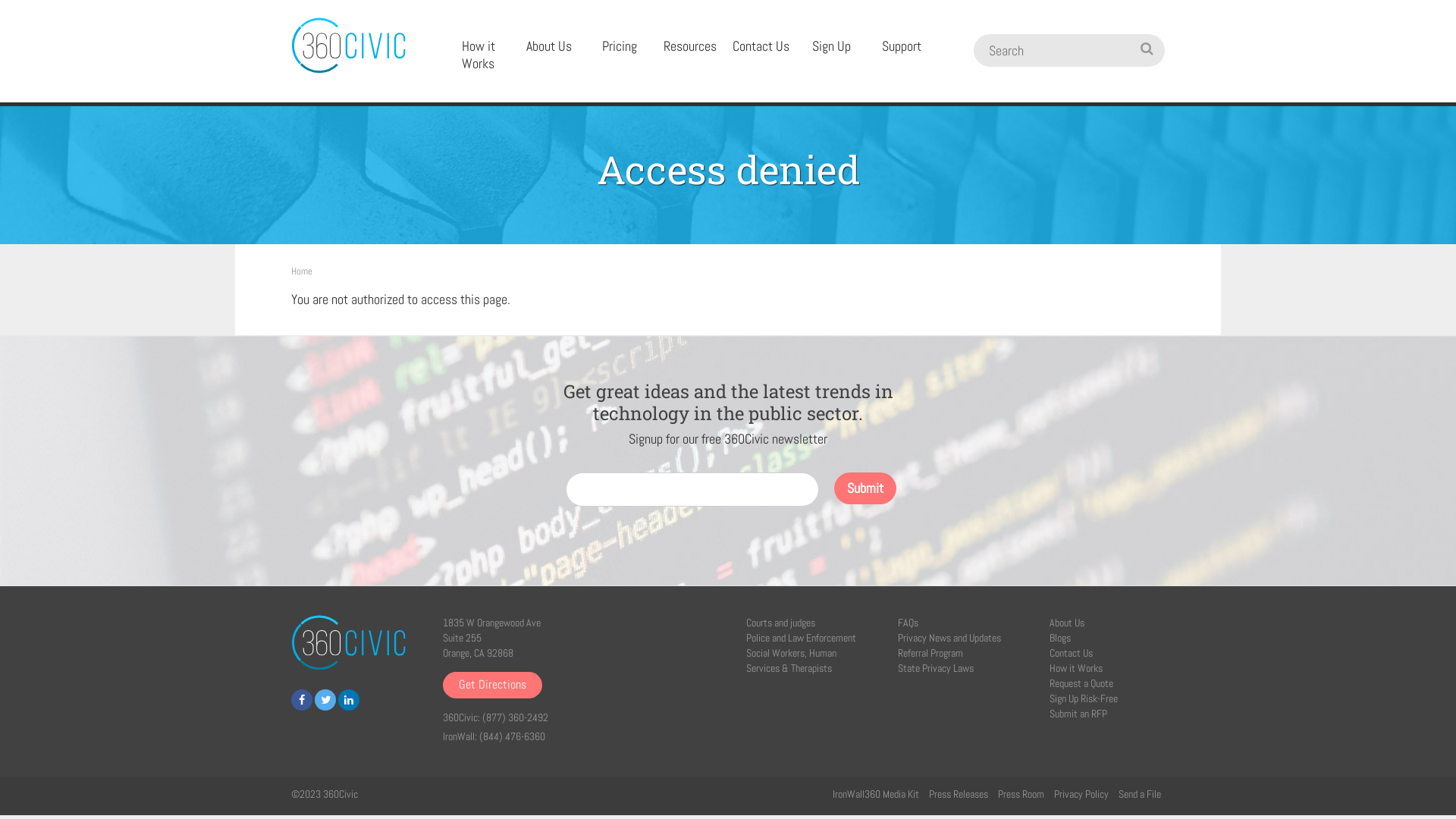 This screenshot has height=819, width=1456. What do you see at coordinates (876, 792) in the screenshot?
I see `'IronWall360 Media Kit'` at bounding box center [876, 792].